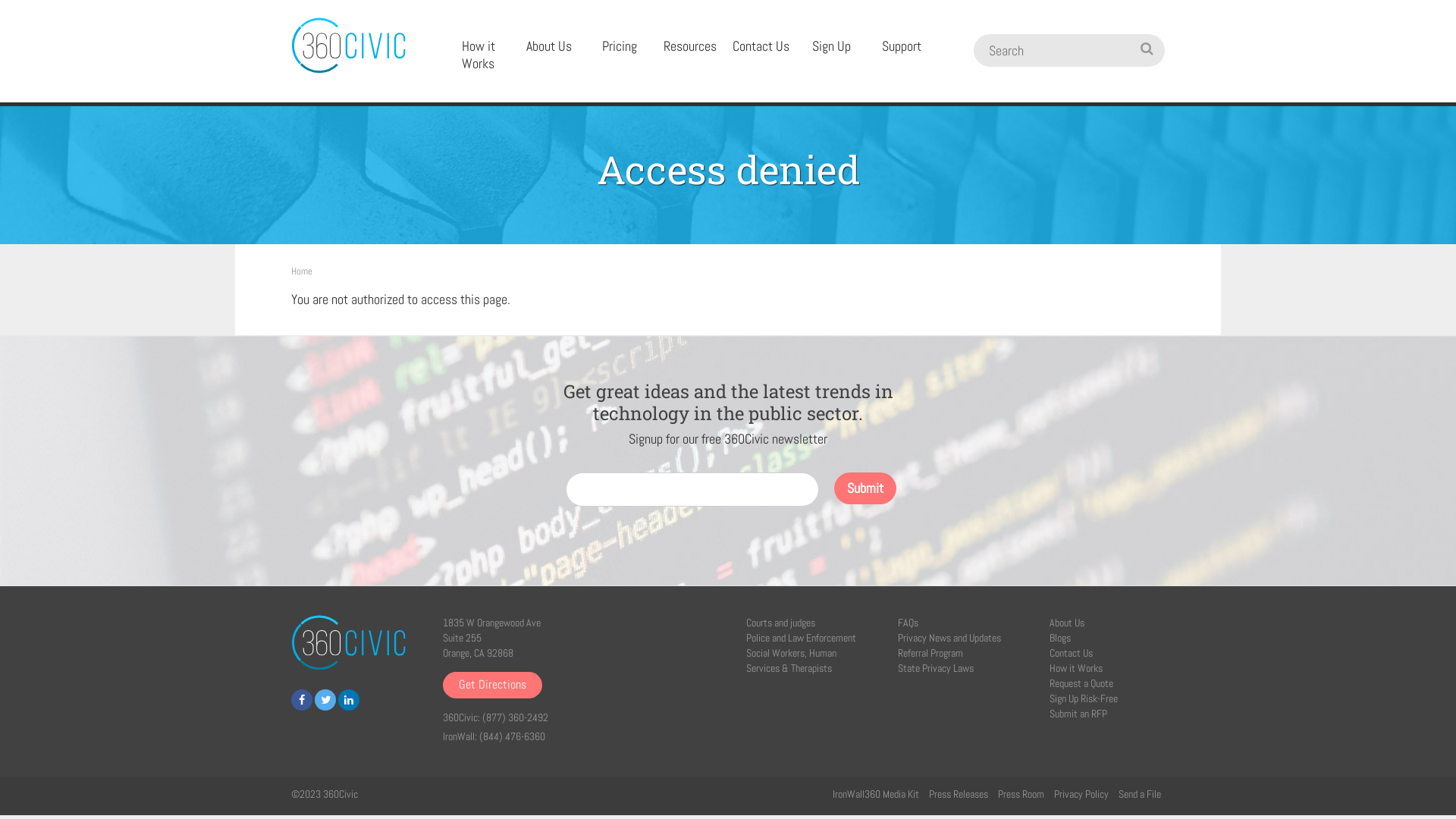 This screenshot has height=819, width=1456. What do you see at coordinates (876, 792) in the screenshot?
I see `'IronWall360 Media Kit'` at bounding box center [876, 792].